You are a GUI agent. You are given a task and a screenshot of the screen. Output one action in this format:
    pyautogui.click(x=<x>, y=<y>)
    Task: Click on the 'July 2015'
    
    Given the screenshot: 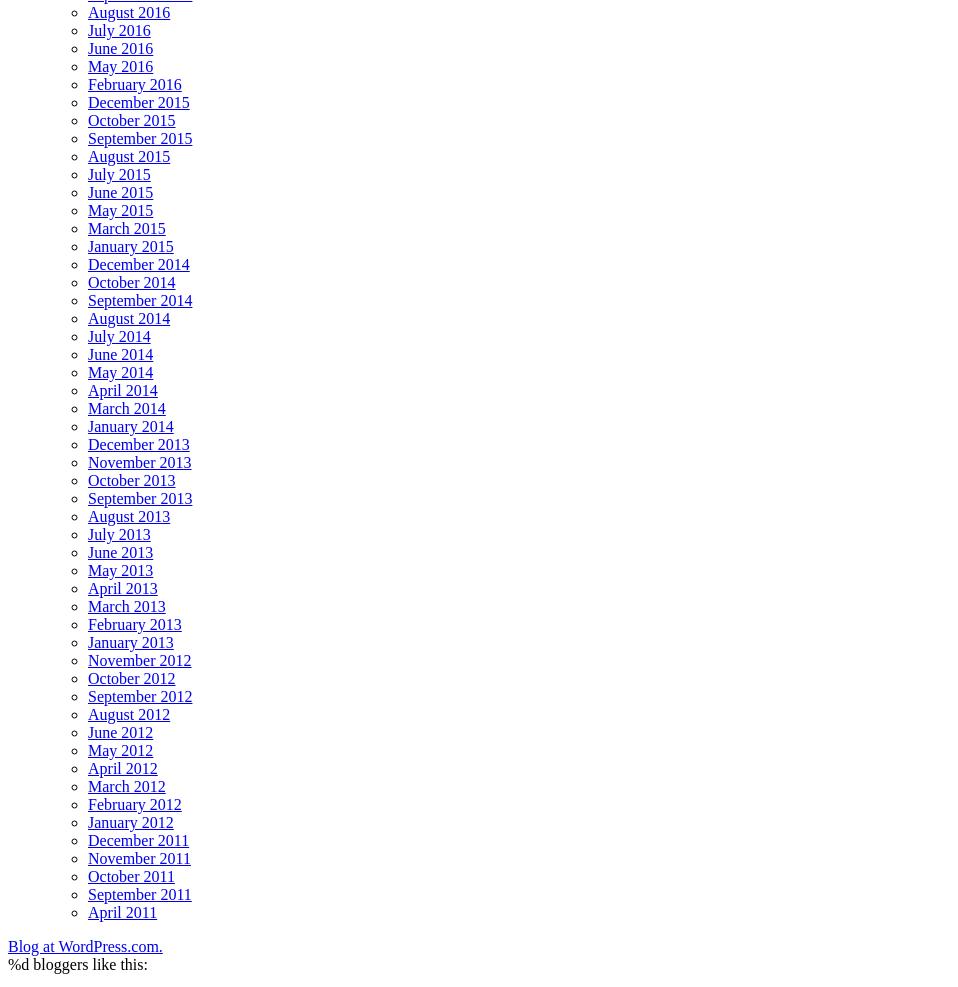 What is the action you would take?
    pyautogui.click(x=118, y=173)
    